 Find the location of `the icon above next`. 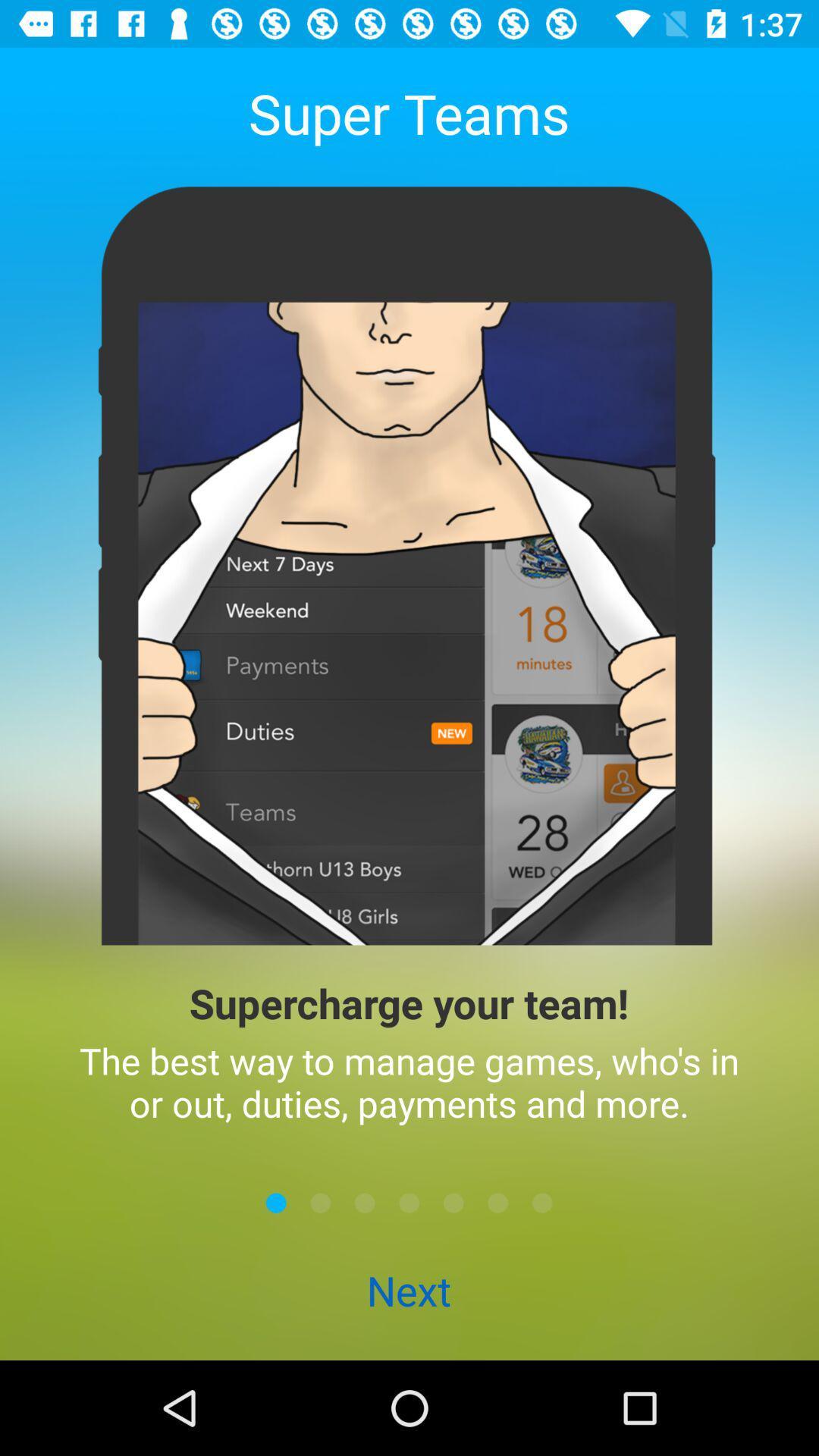

the icon above next is located at coordinates (497, 1202).